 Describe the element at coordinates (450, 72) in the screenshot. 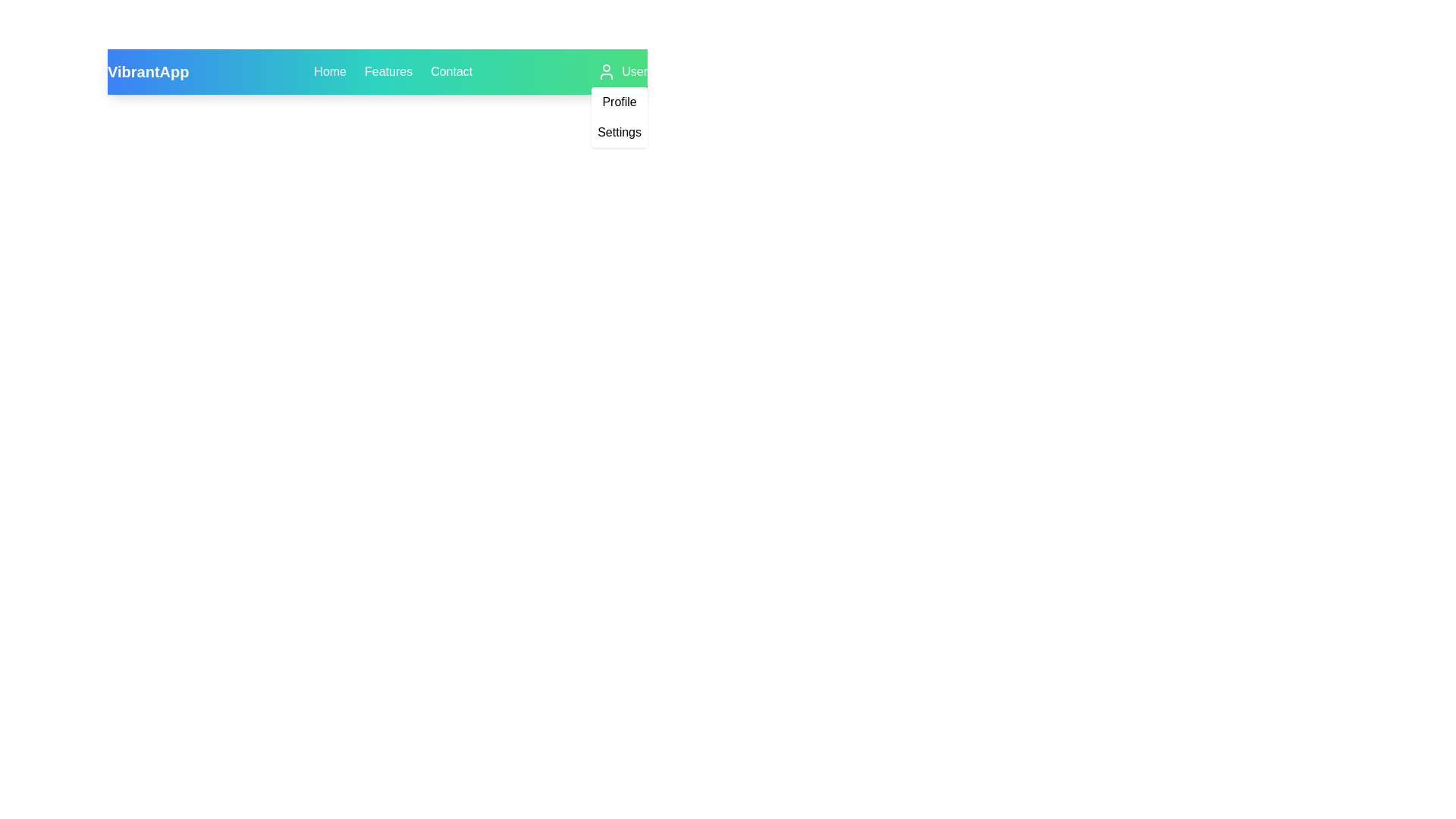

I see `the Contact to observe its hover effect` at that location.